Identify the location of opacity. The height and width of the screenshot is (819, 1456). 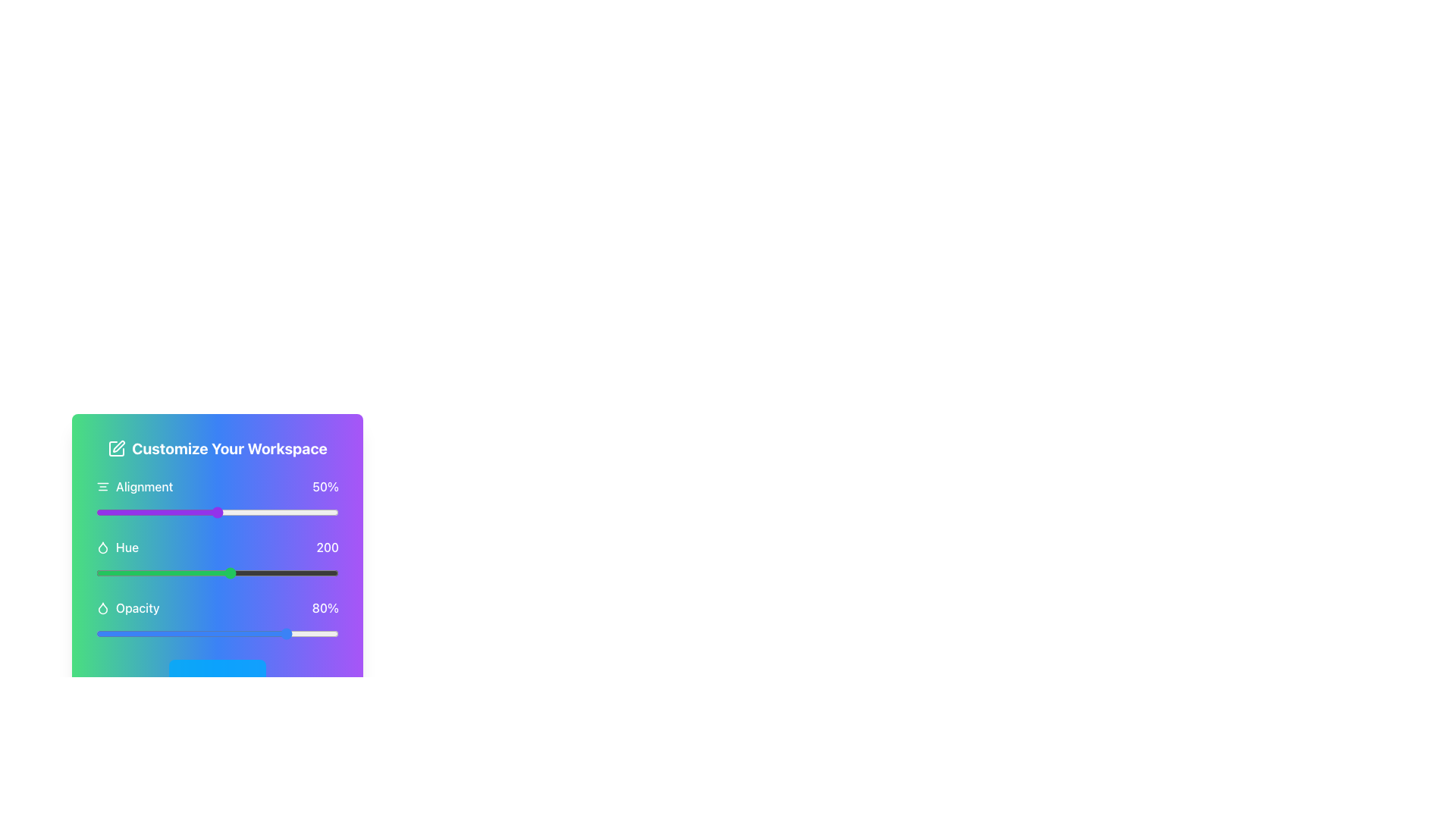
(108, 634).